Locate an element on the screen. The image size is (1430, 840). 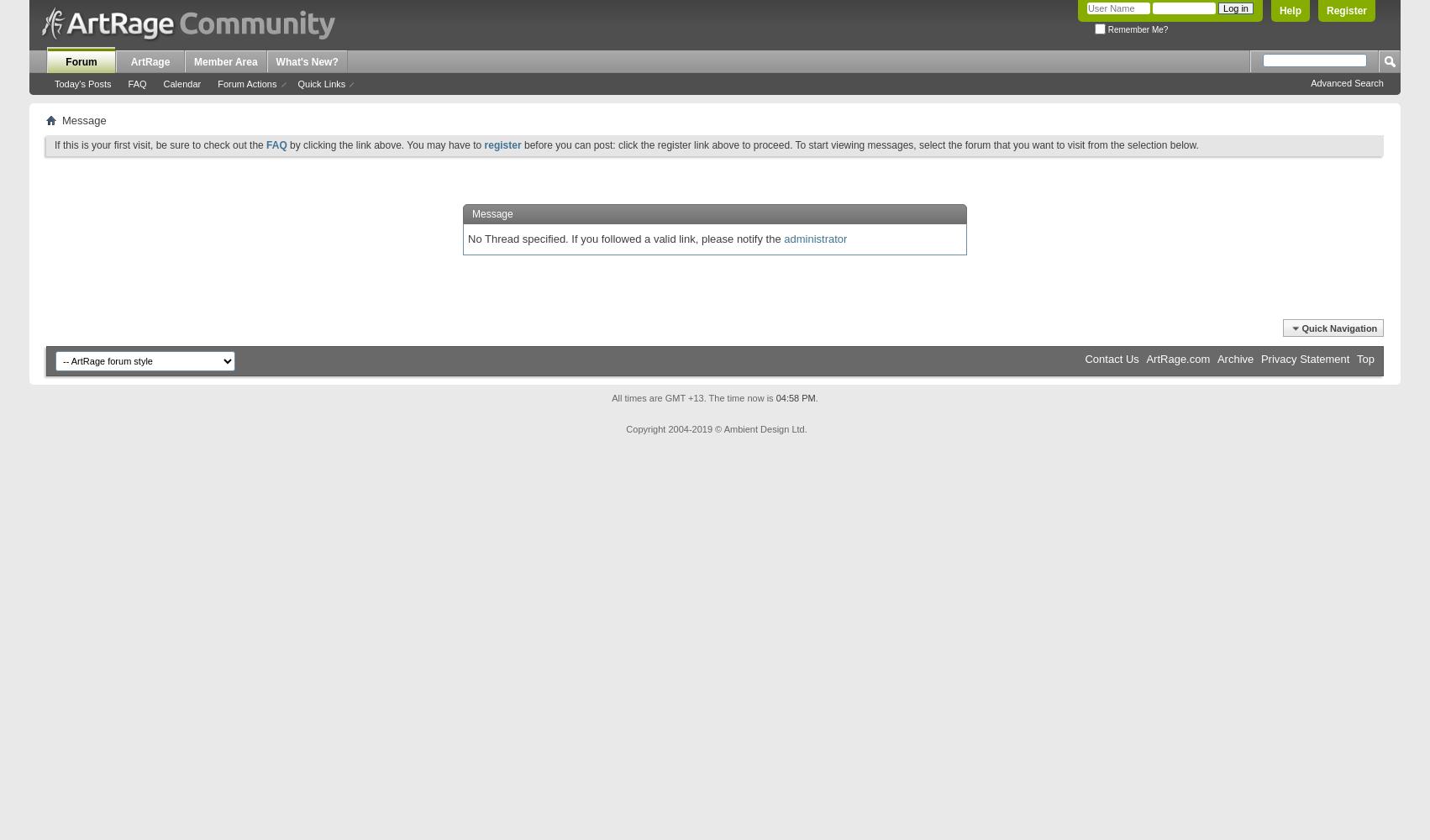
'No Thread specified. If you followed a valid link, please notify the' is located at coordinates (624, 238).